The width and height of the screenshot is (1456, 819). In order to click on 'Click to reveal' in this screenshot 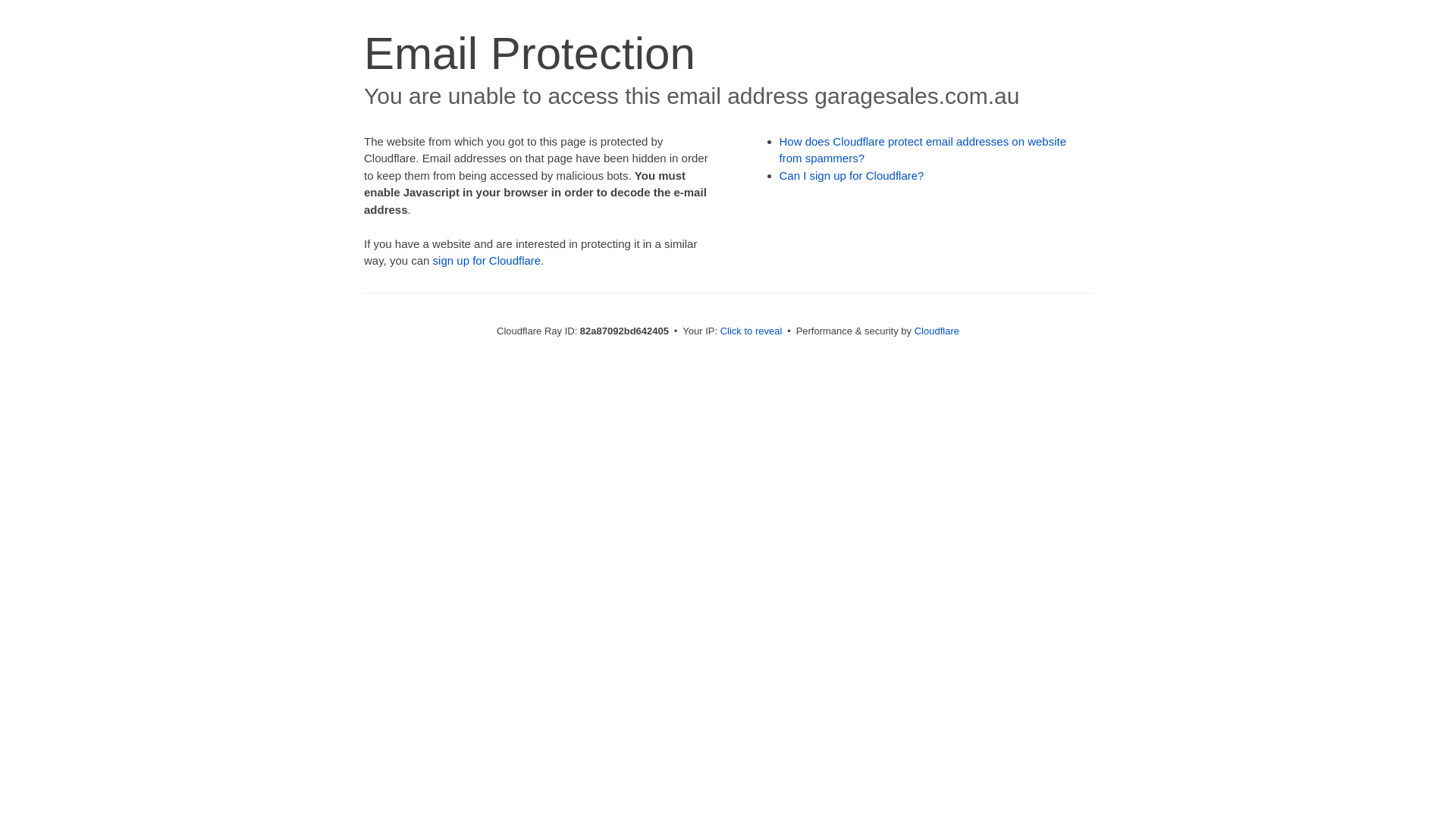, I will do `click(751, 330)`.